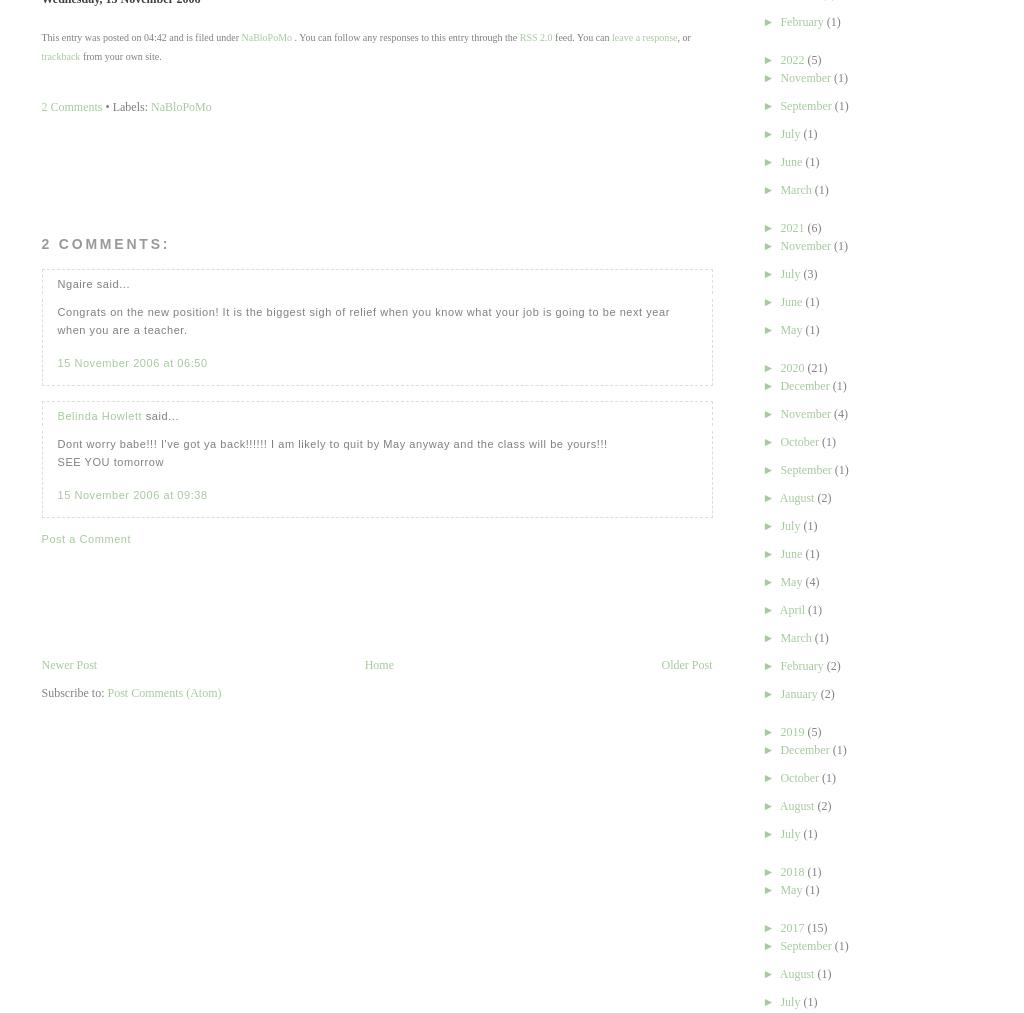 The image size is (1024, 1013). I want to click on '(15)', so click(816, 928).